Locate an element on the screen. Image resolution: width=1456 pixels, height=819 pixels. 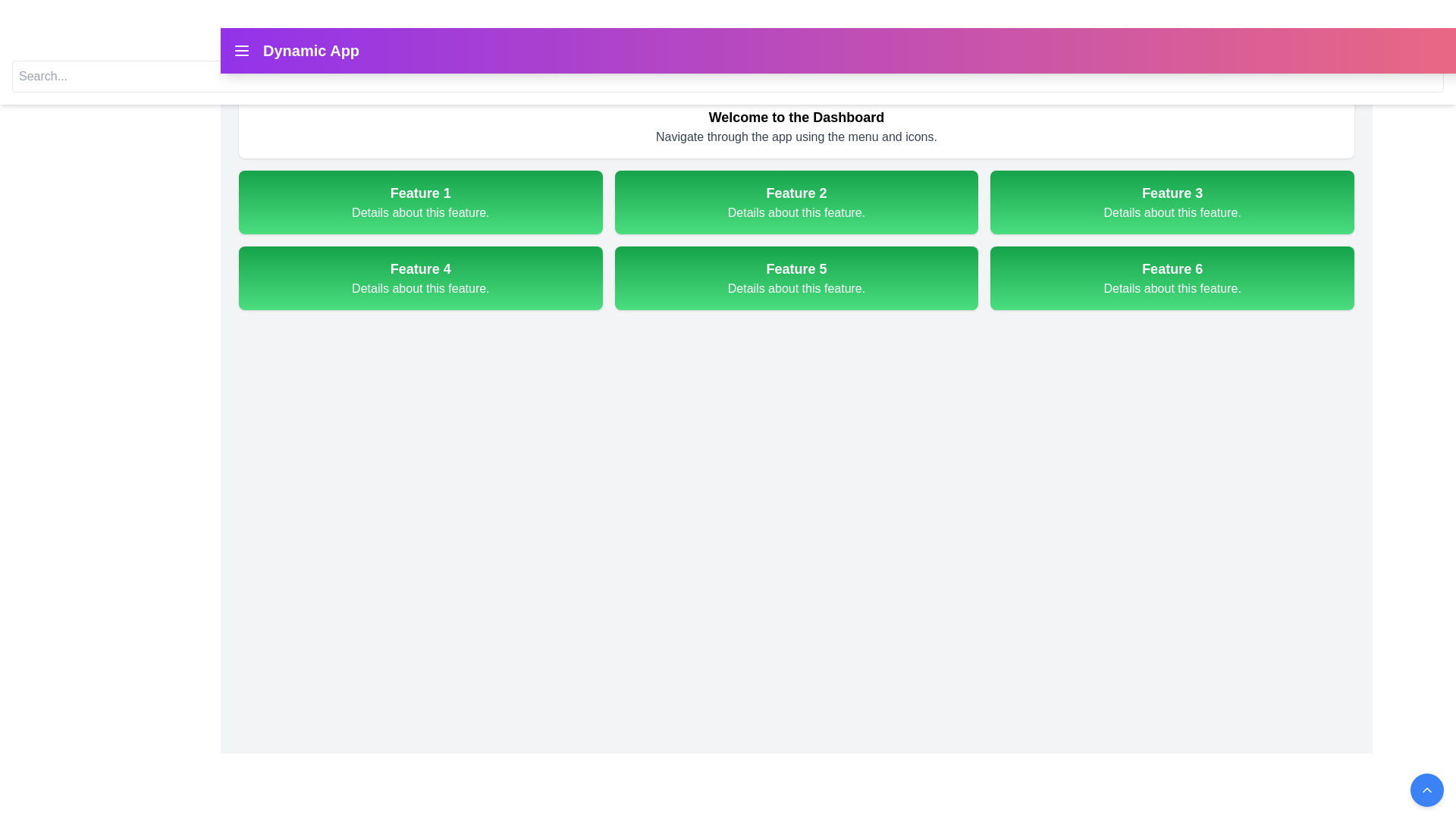
the Card element located in the second row and middle column of the feature showcase is located at coordinates (795, 278).